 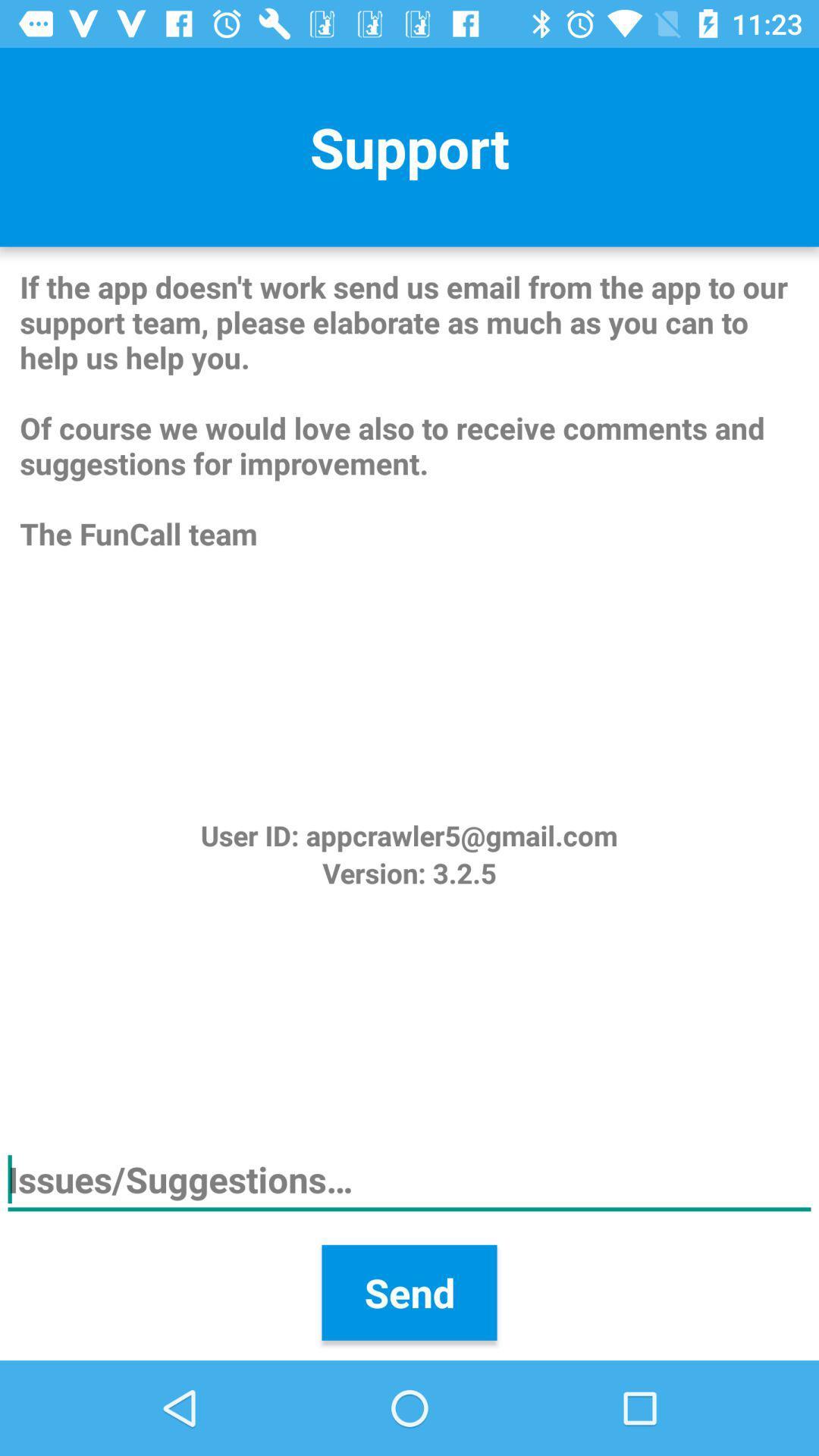 What do you see at coordinates (408, 834) in the screenshot?
I see `user id appcrawler5 item` at bounding box center [408, 834].